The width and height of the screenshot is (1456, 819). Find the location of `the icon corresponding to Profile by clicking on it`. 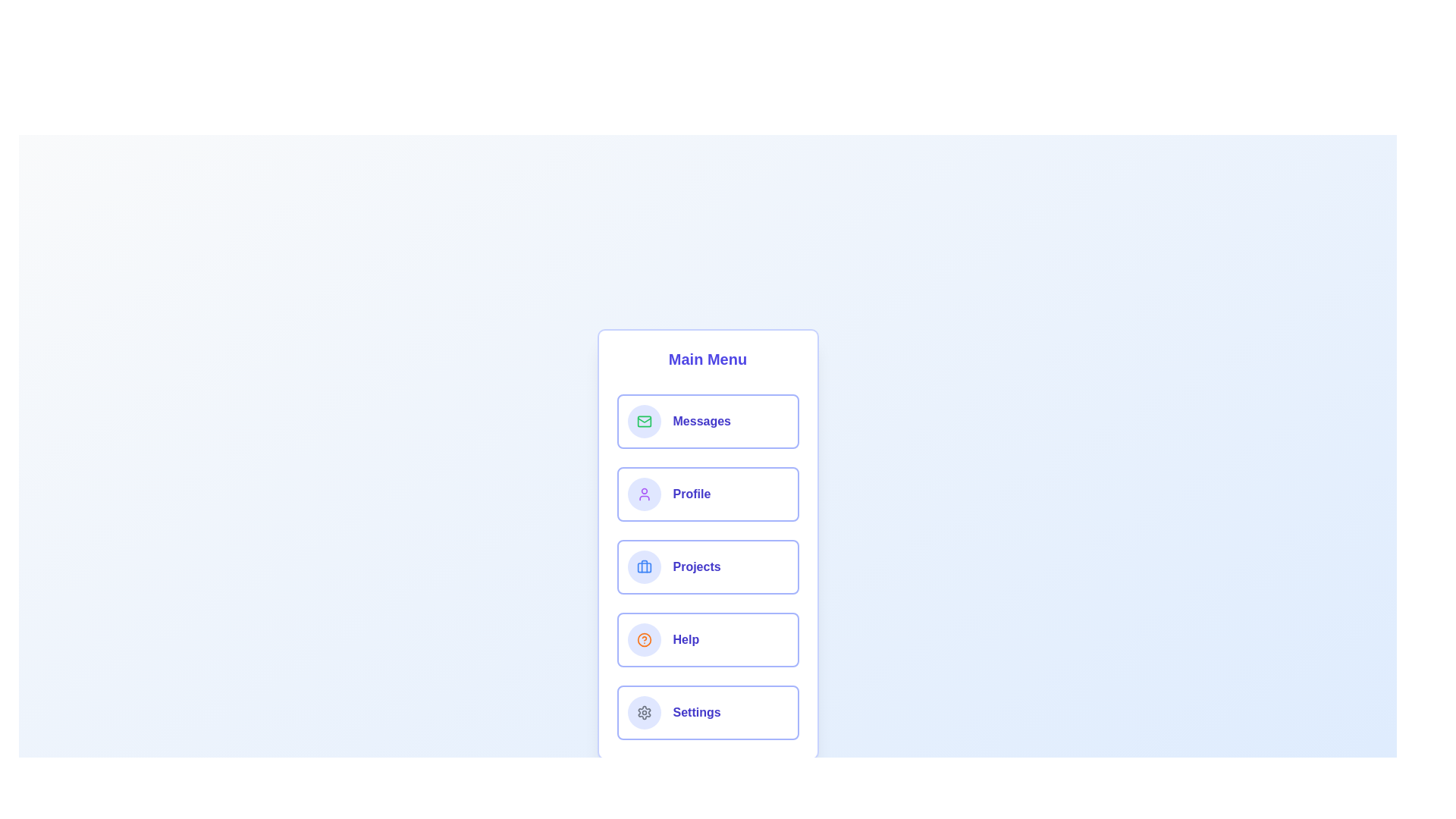

the icon corresponding to Profile by clicking on it is located at coordinates (644, 494).